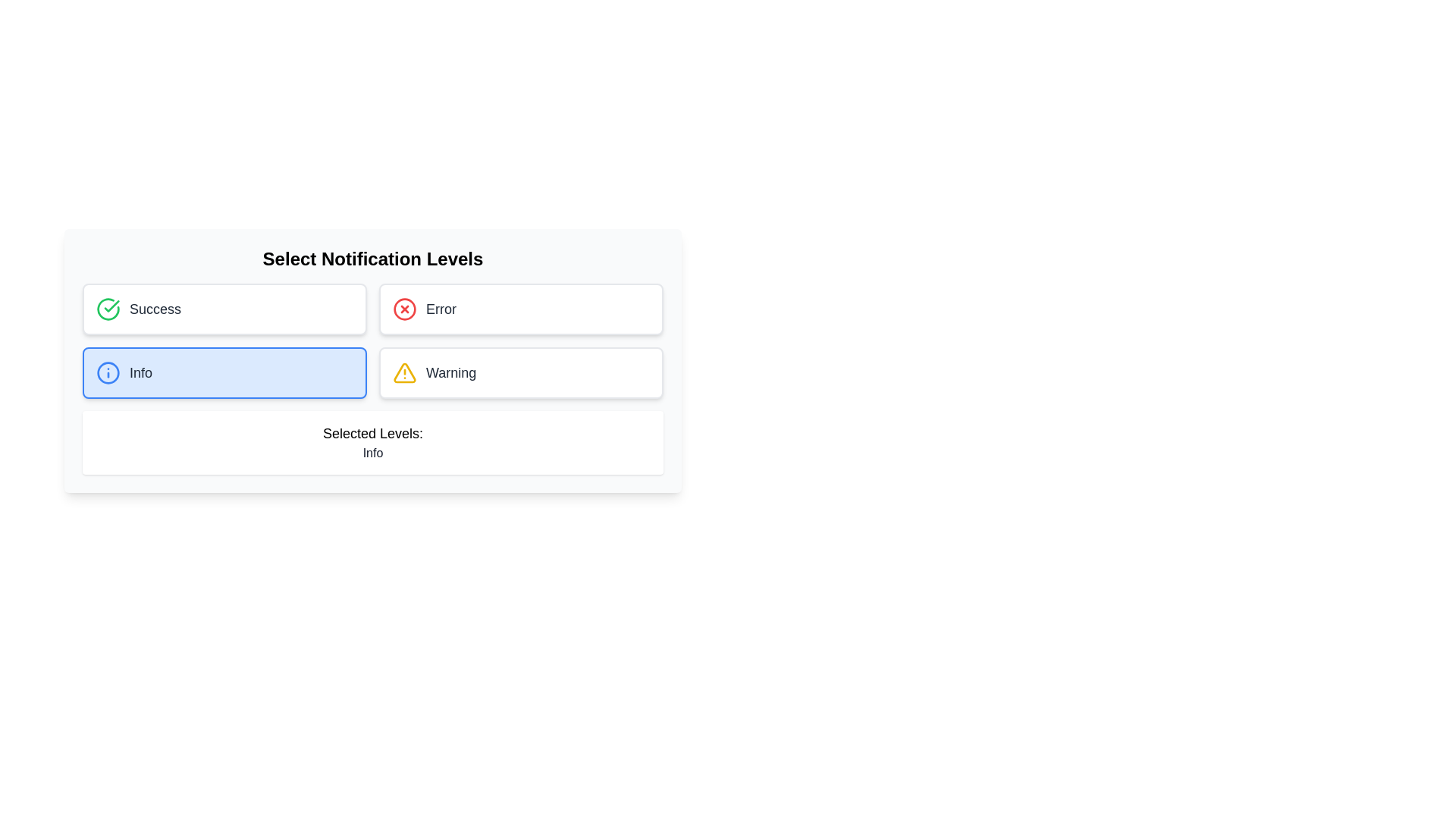 The image size is (1456, 819). What do you see at coordinates (521, 373) in the screenshot?
I see `the Warning notification button` at bounding box center [521, 373].